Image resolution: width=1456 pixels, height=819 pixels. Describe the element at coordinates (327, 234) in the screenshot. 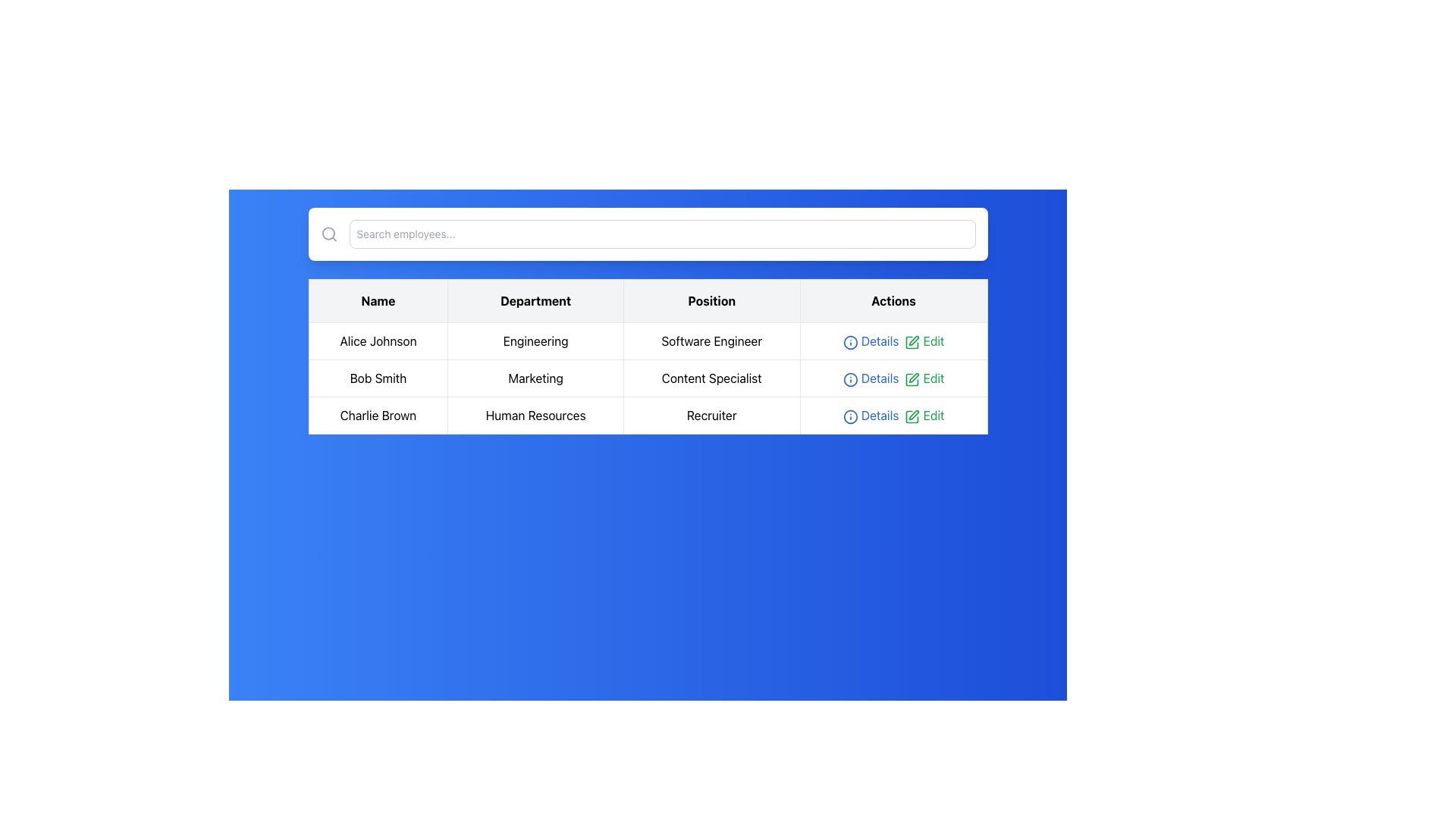

I see `the circular portion of the search icon located at the top-left corner of the header section` at that location.